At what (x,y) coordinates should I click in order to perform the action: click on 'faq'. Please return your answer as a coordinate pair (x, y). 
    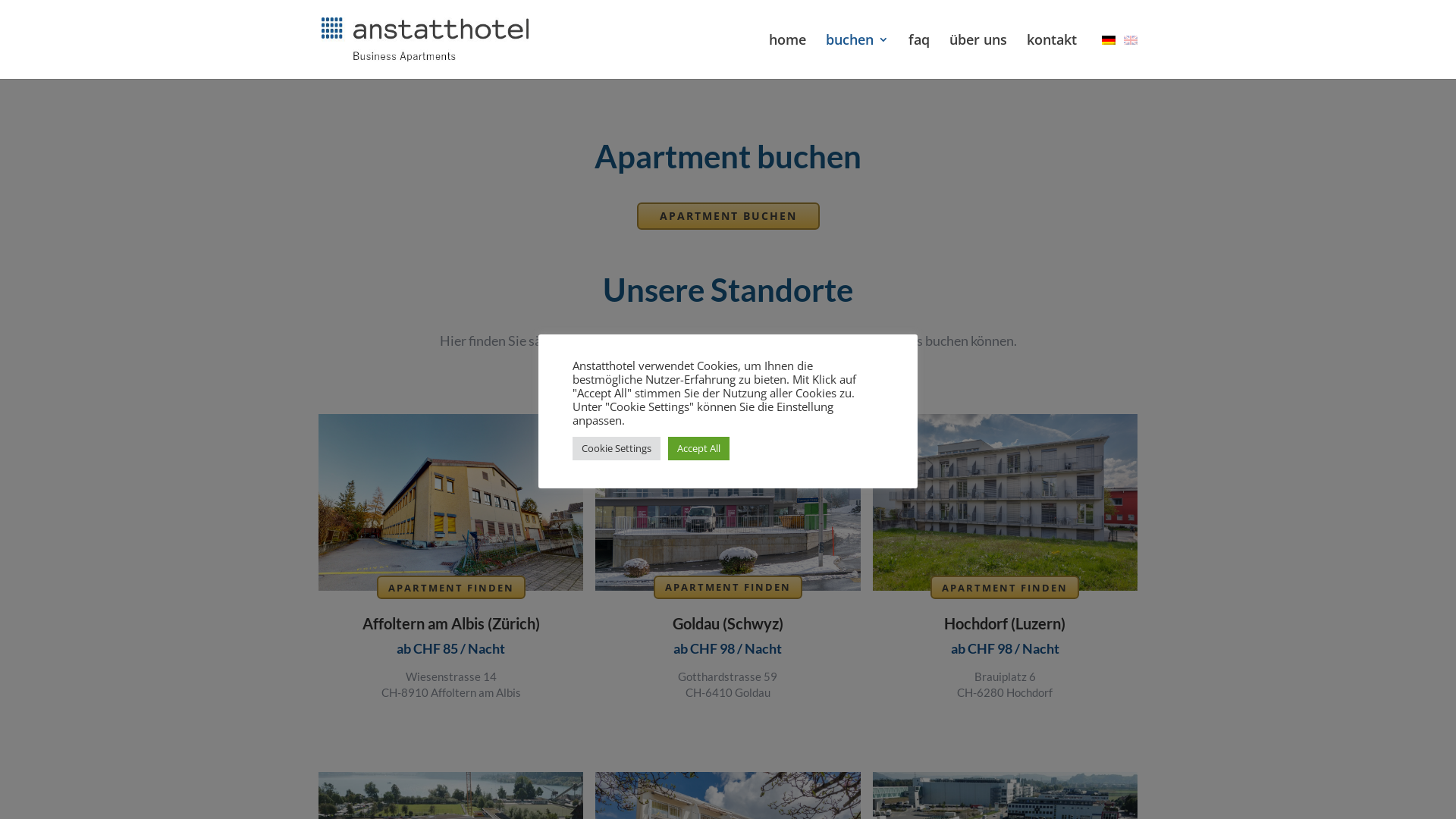
    Looking at the image, I should click on (918, 55).